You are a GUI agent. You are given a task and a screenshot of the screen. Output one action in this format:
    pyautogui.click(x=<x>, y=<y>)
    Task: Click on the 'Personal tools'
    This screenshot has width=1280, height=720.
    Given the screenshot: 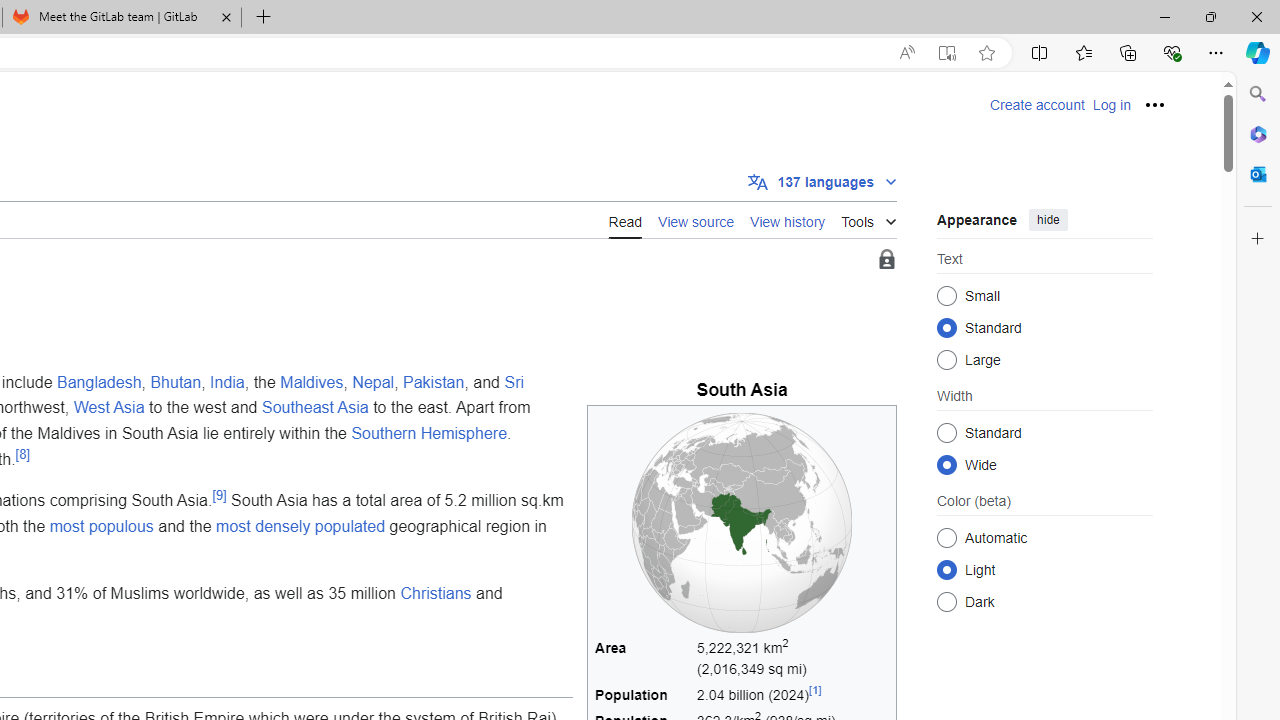 What is the action you would take?
    pyautogui.click(x=1155, y=105)
    